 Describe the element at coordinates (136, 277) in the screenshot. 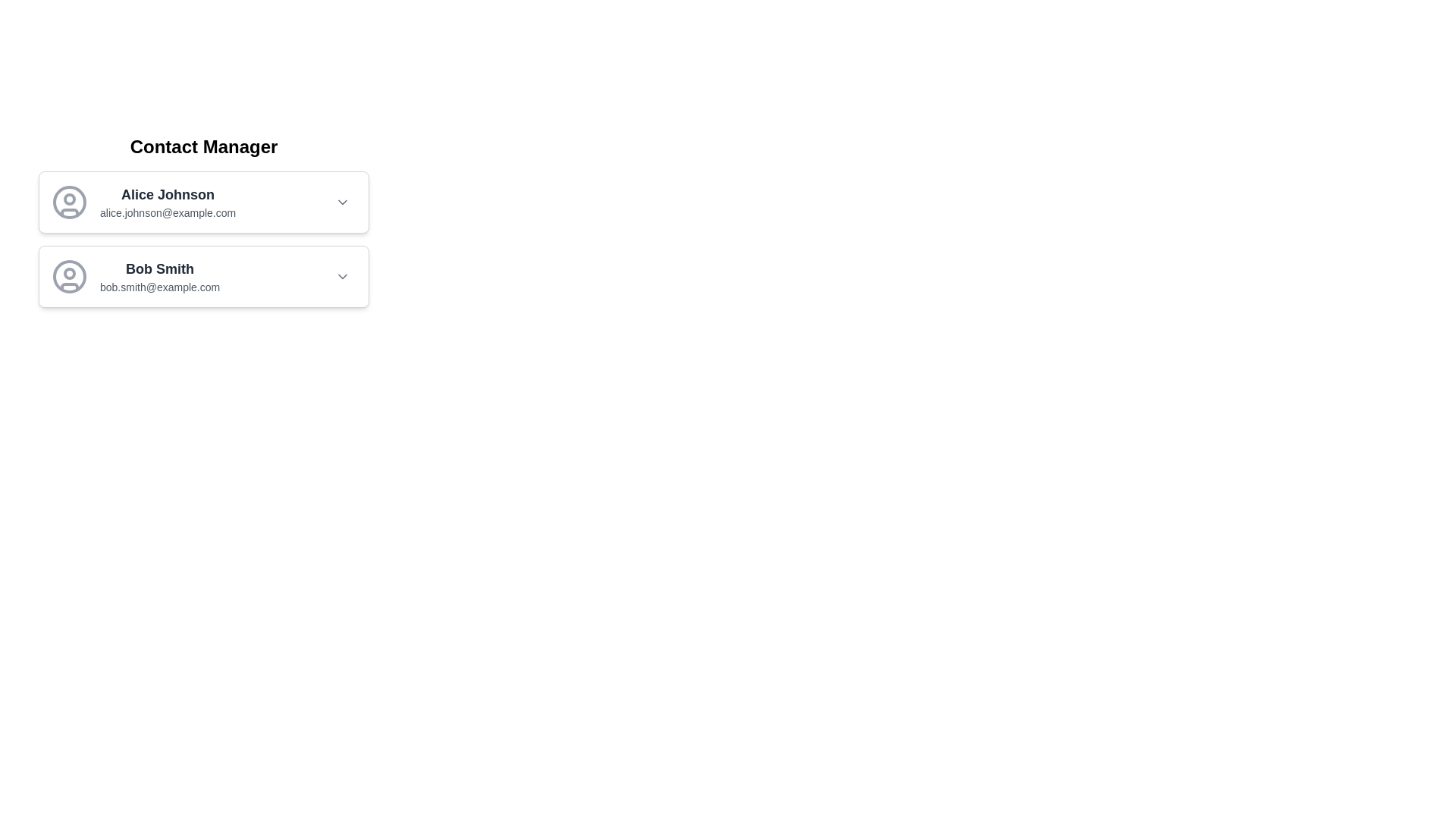

I see `the user profile display element, which shows the user's name and email` at that location.